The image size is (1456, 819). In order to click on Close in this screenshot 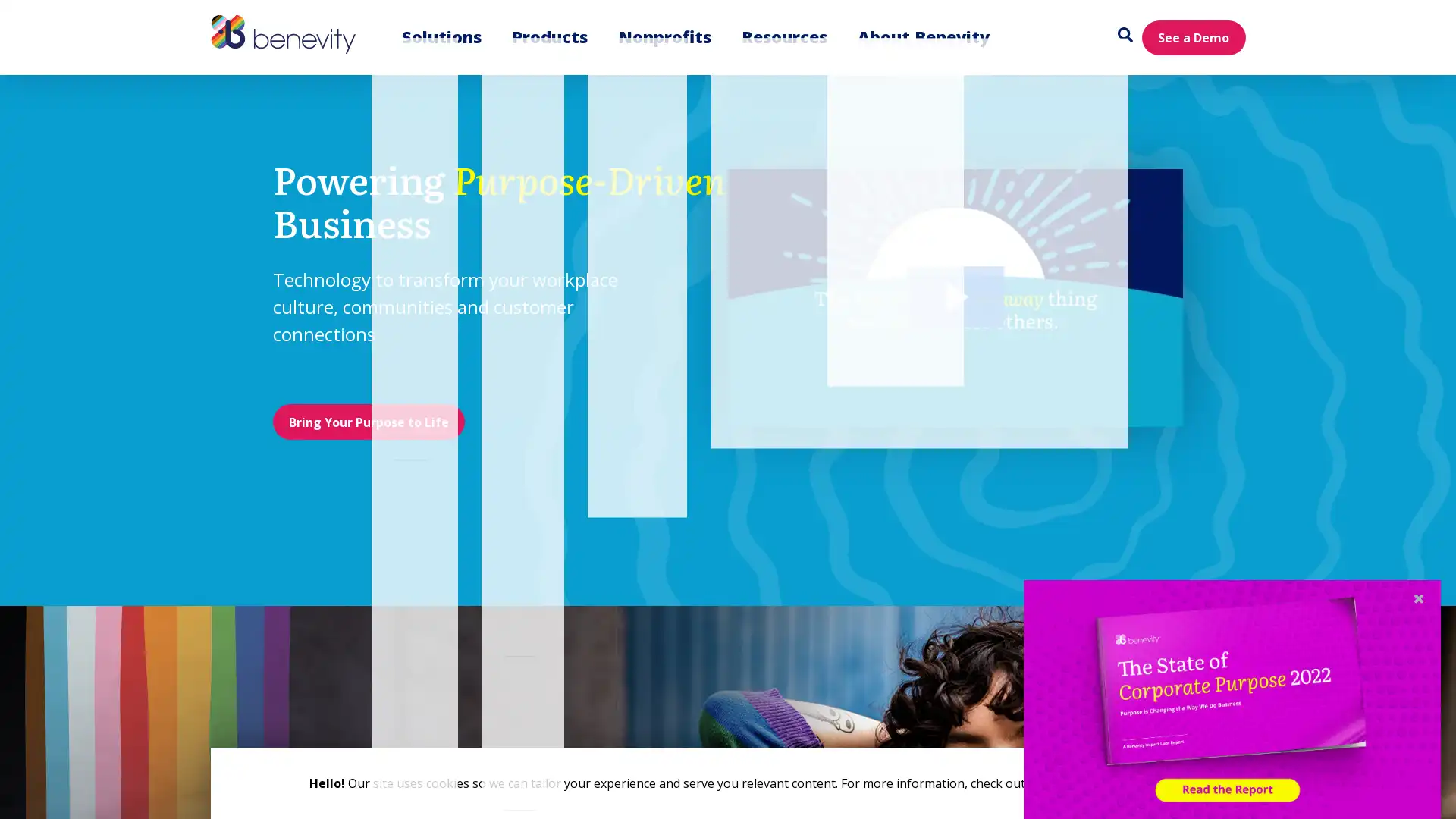, I will do `click(1429, 598)`.